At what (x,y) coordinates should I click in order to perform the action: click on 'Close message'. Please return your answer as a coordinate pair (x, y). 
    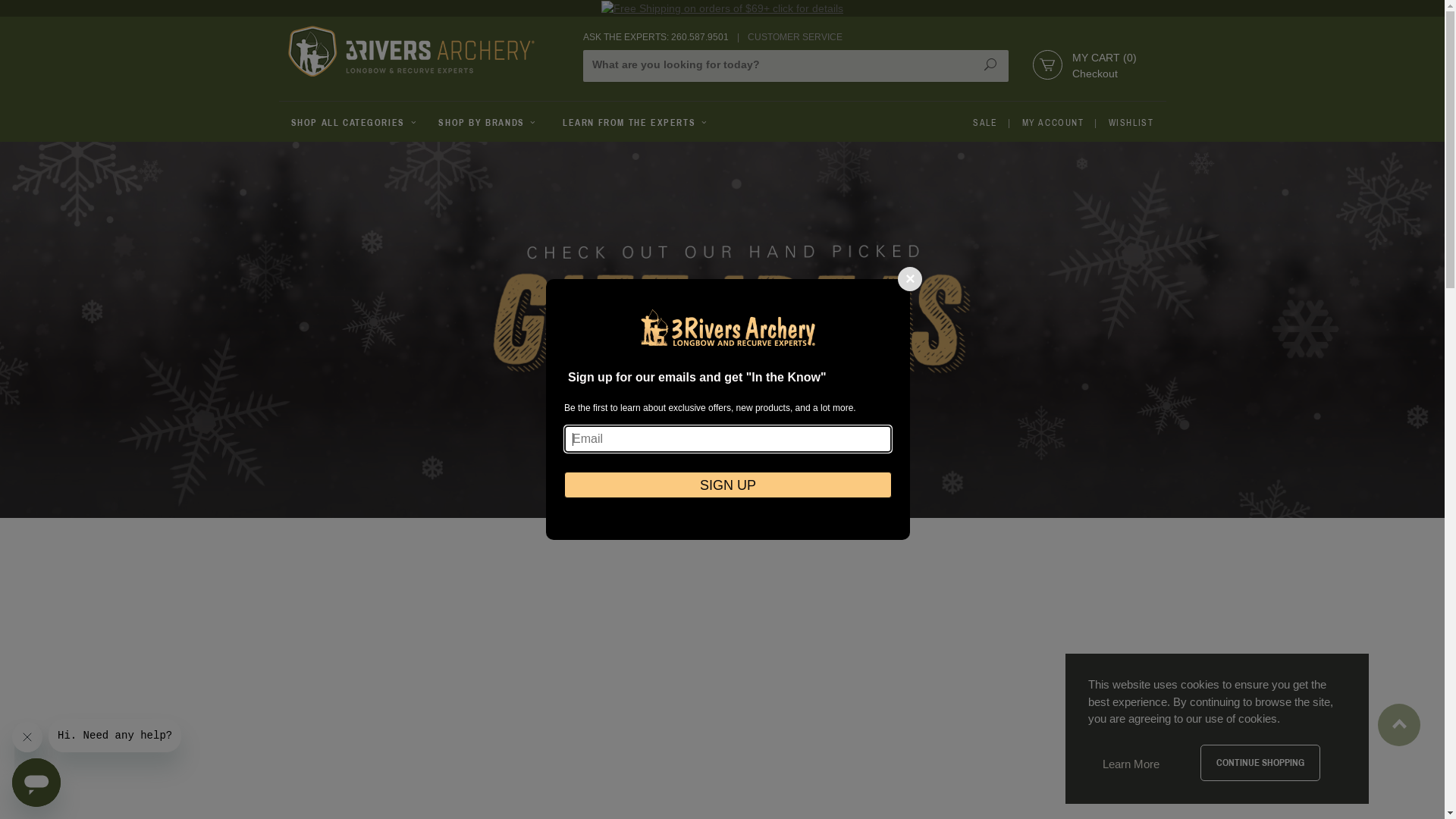
    Looking at the image, I should click on (27, 736).